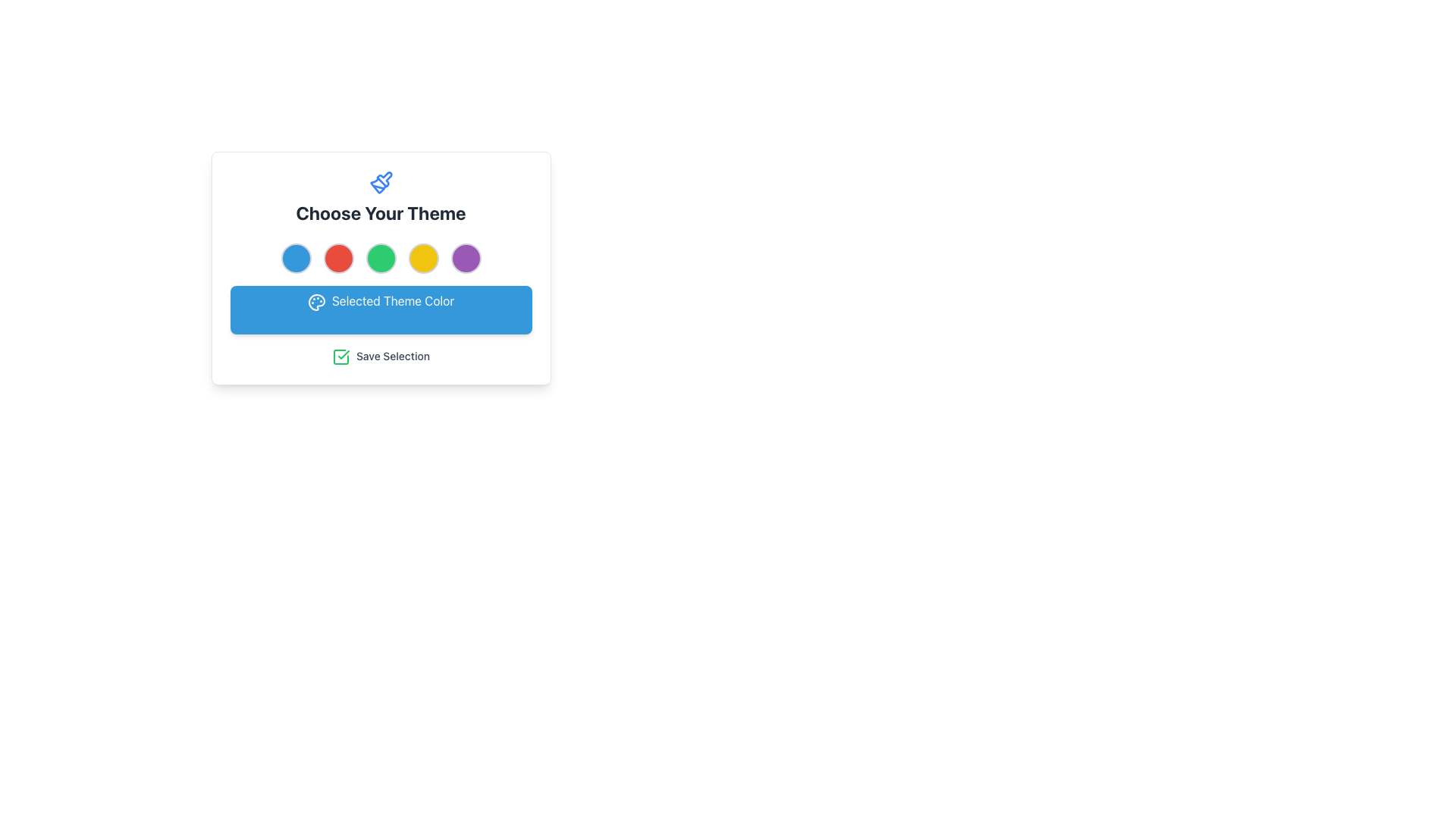 Image resolution: width=1456 pixels, height=819 pixels. I want to click on the circular color buttons within the 'Choose Your Theme' card, so click(381, 267).